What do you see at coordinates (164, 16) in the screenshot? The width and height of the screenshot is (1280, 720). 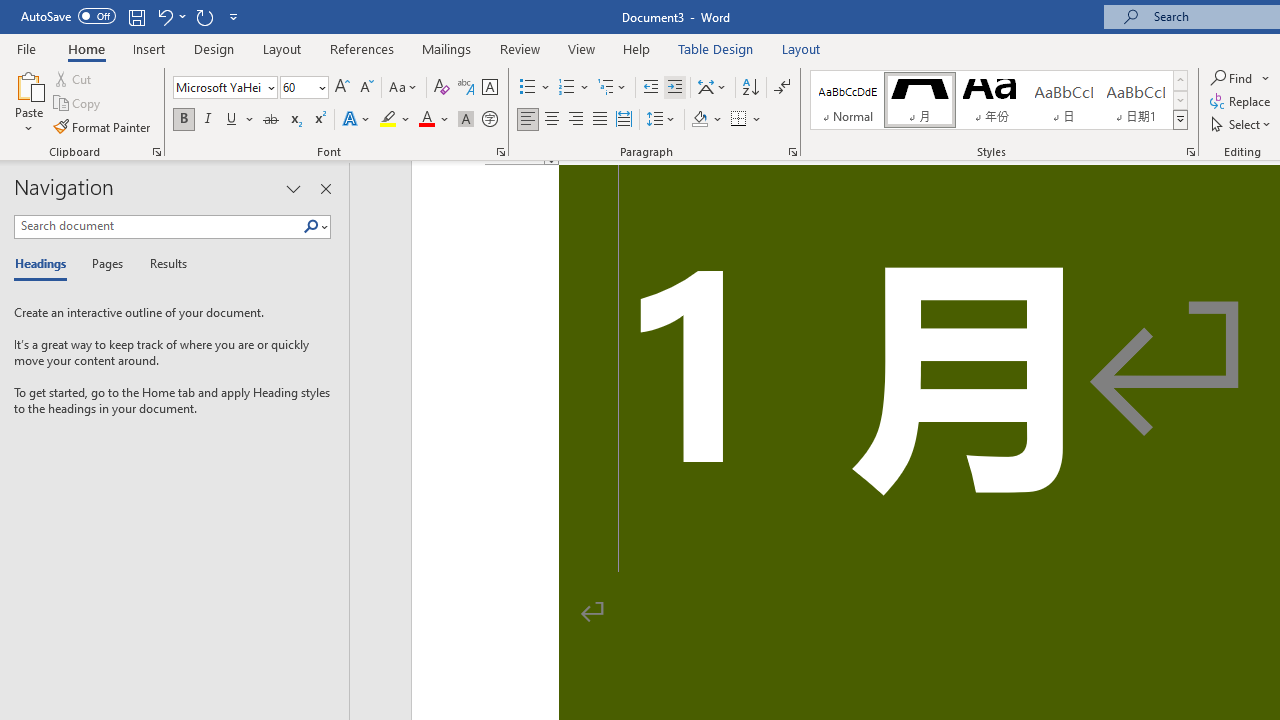 I see `'Undo Increase Indent'` at bounding box center [164, 16].